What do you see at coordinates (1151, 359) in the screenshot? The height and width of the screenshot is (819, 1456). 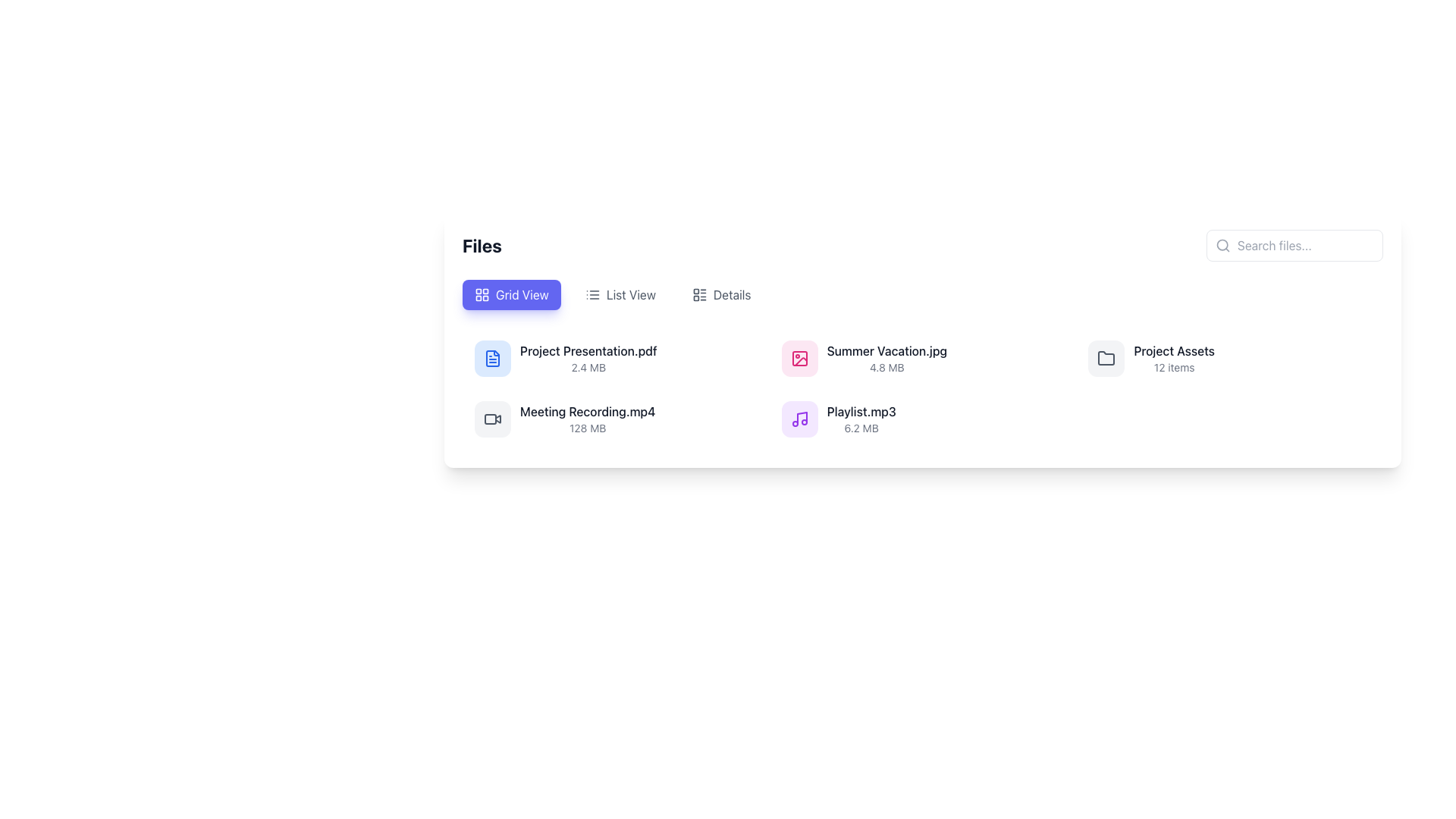 I see `the Folder card labeled 'Project Assets' located at the bottom row of the grid layout` at bounding box center [1151, 359].